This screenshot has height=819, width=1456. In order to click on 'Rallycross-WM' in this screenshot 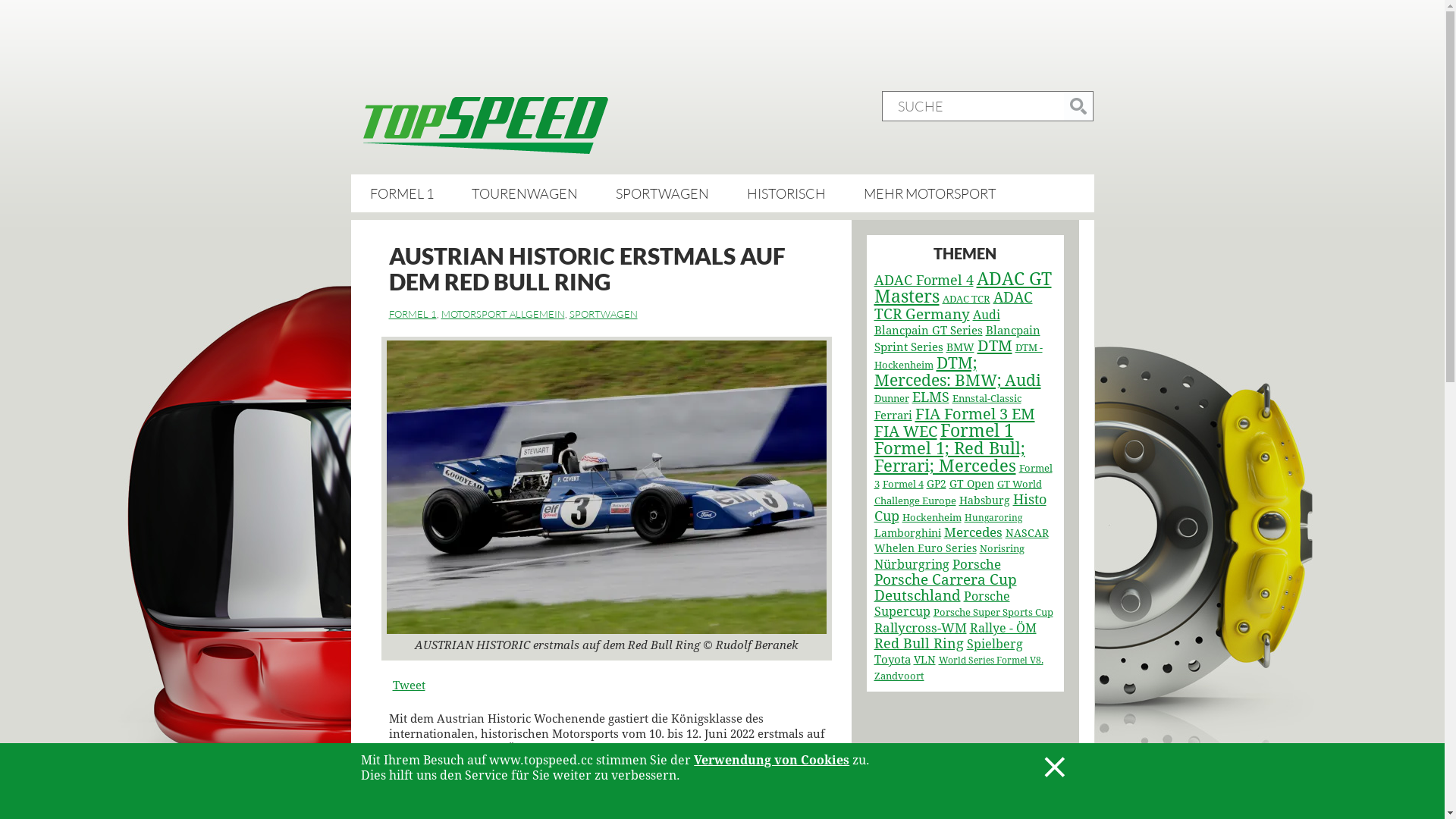, I will do `click(919, 628)`.